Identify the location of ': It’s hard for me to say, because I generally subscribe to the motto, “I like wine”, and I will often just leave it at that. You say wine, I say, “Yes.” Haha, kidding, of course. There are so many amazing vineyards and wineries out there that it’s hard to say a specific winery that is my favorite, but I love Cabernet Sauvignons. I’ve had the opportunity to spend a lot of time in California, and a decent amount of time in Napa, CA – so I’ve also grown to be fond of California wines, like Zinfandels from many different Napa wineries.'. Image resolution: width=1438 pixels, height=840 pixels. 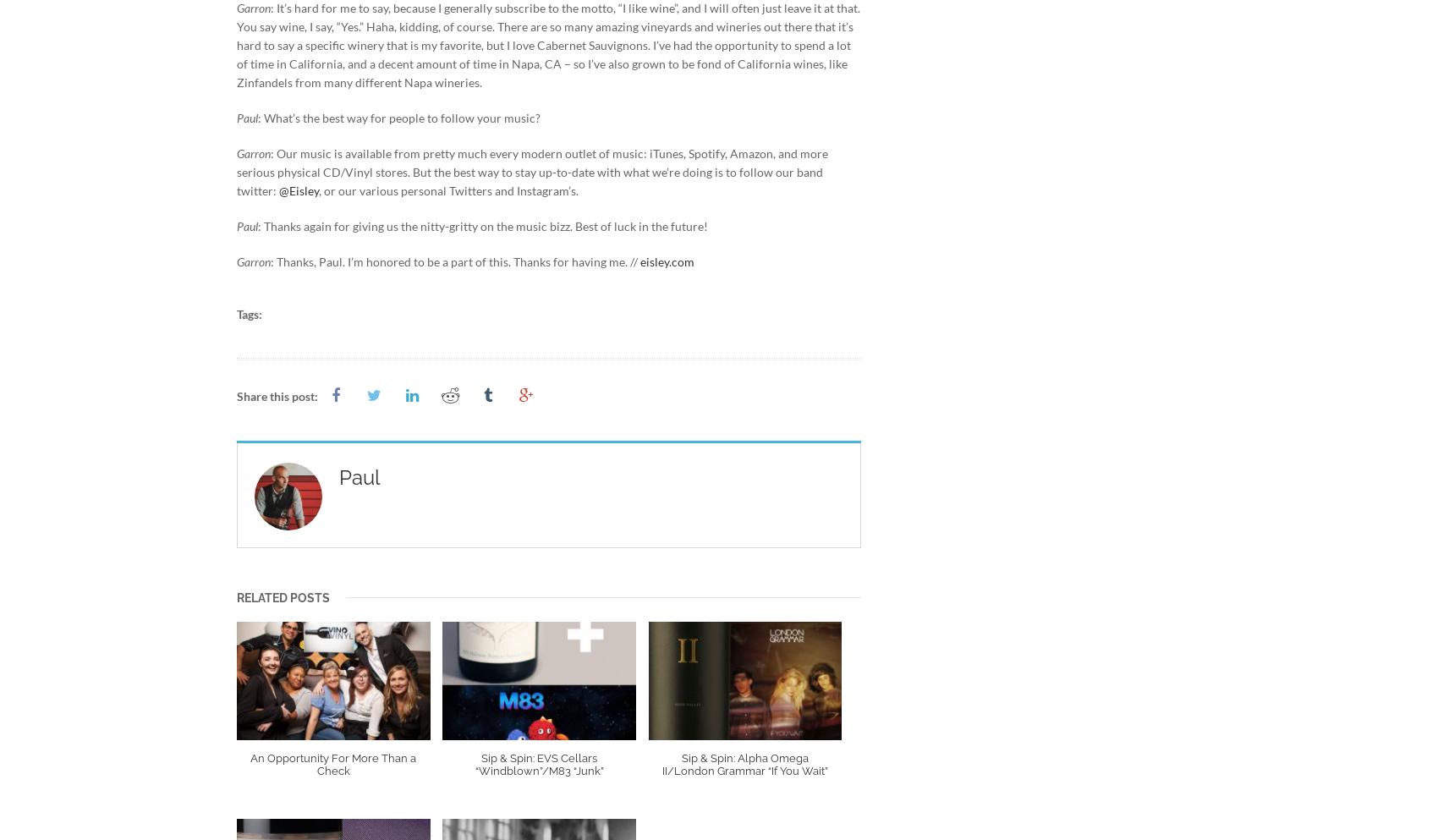
(548, 44).